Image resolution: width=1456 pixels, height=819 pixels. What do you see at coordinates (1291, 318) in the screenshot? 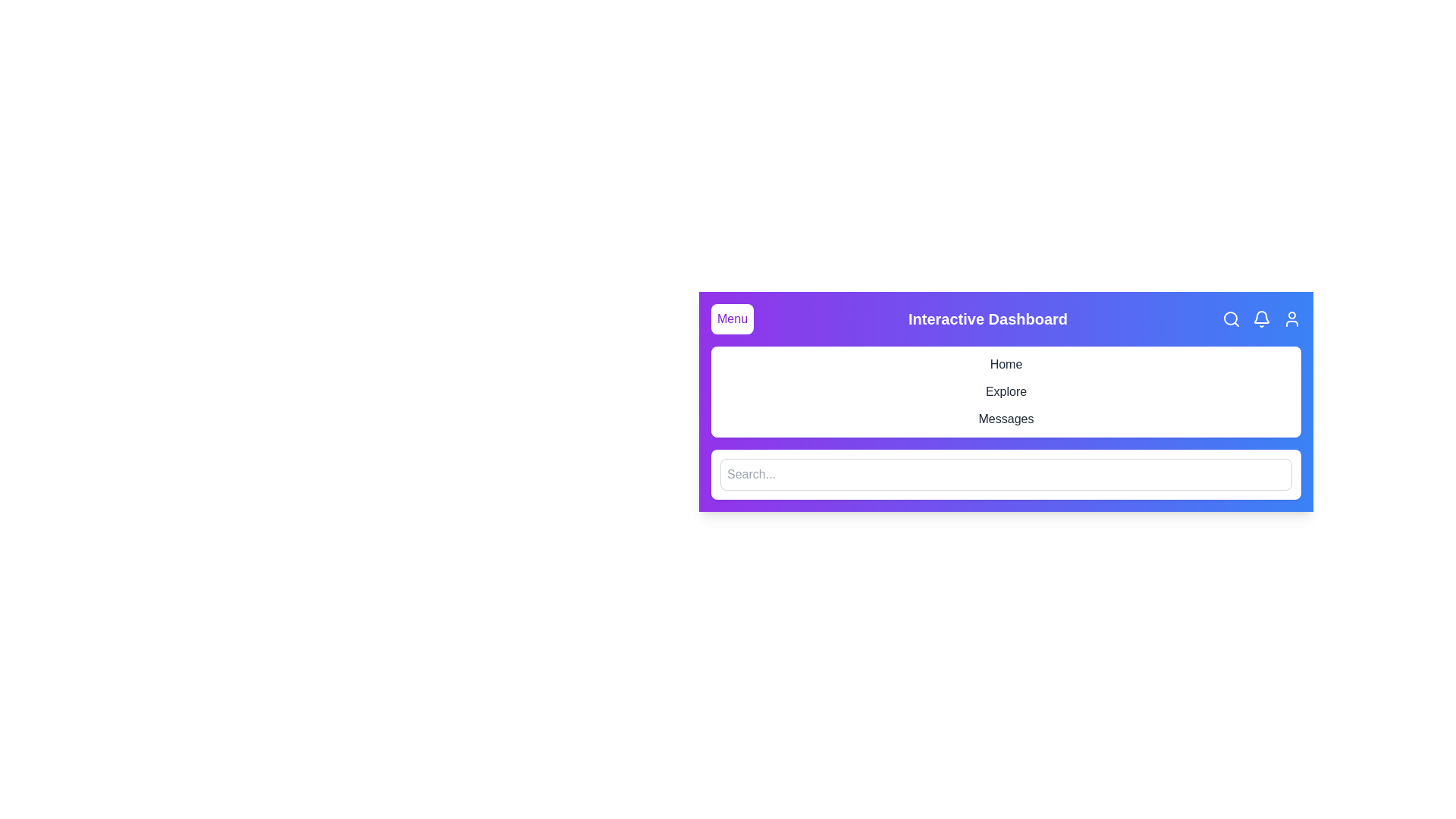
I see `the User icon to observe its hover effect` at bounding box center [1291, 318].